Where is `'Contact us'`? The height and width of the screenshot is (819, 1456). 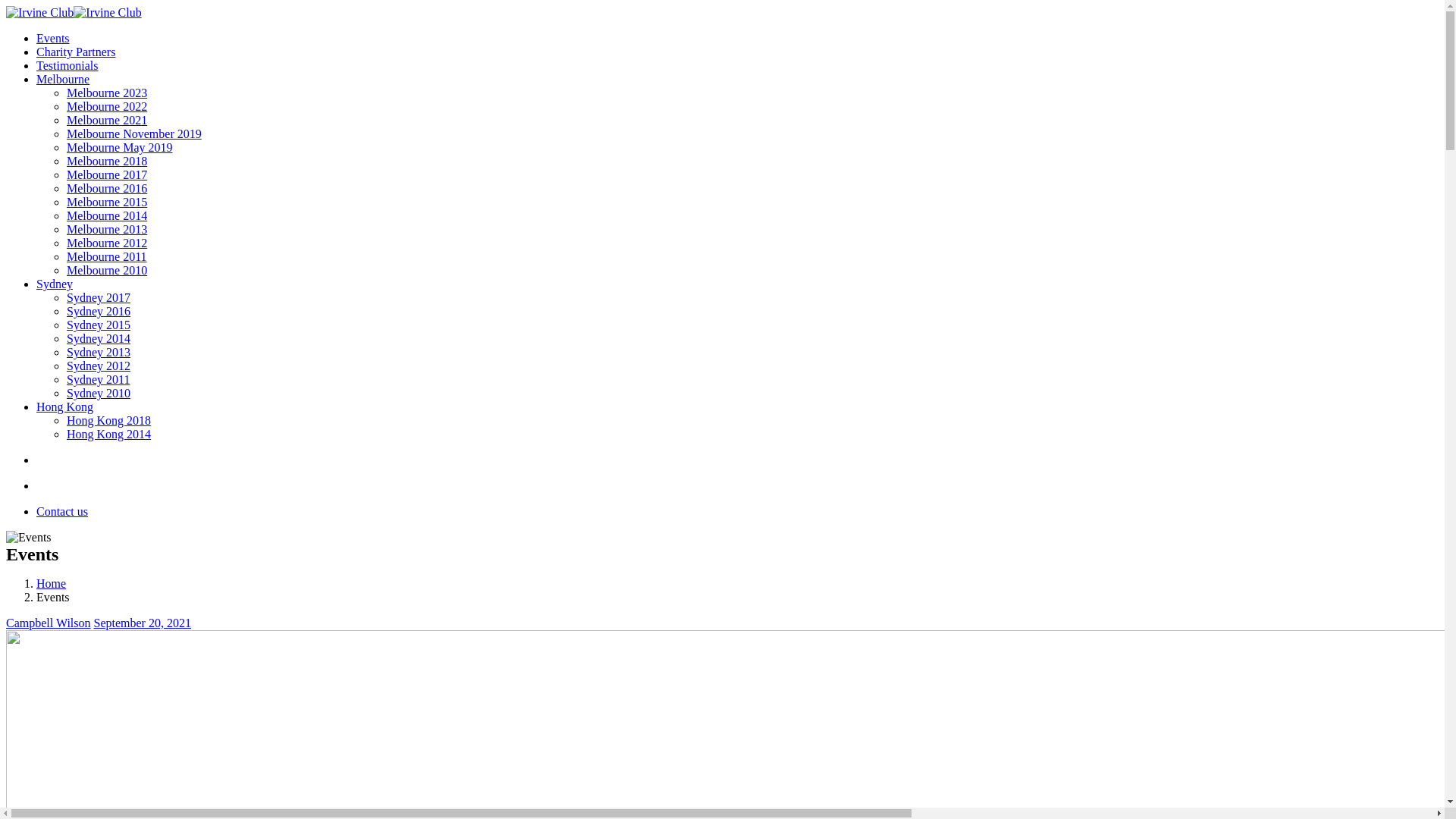 'Contact us' is located at coordinates (61, 511).